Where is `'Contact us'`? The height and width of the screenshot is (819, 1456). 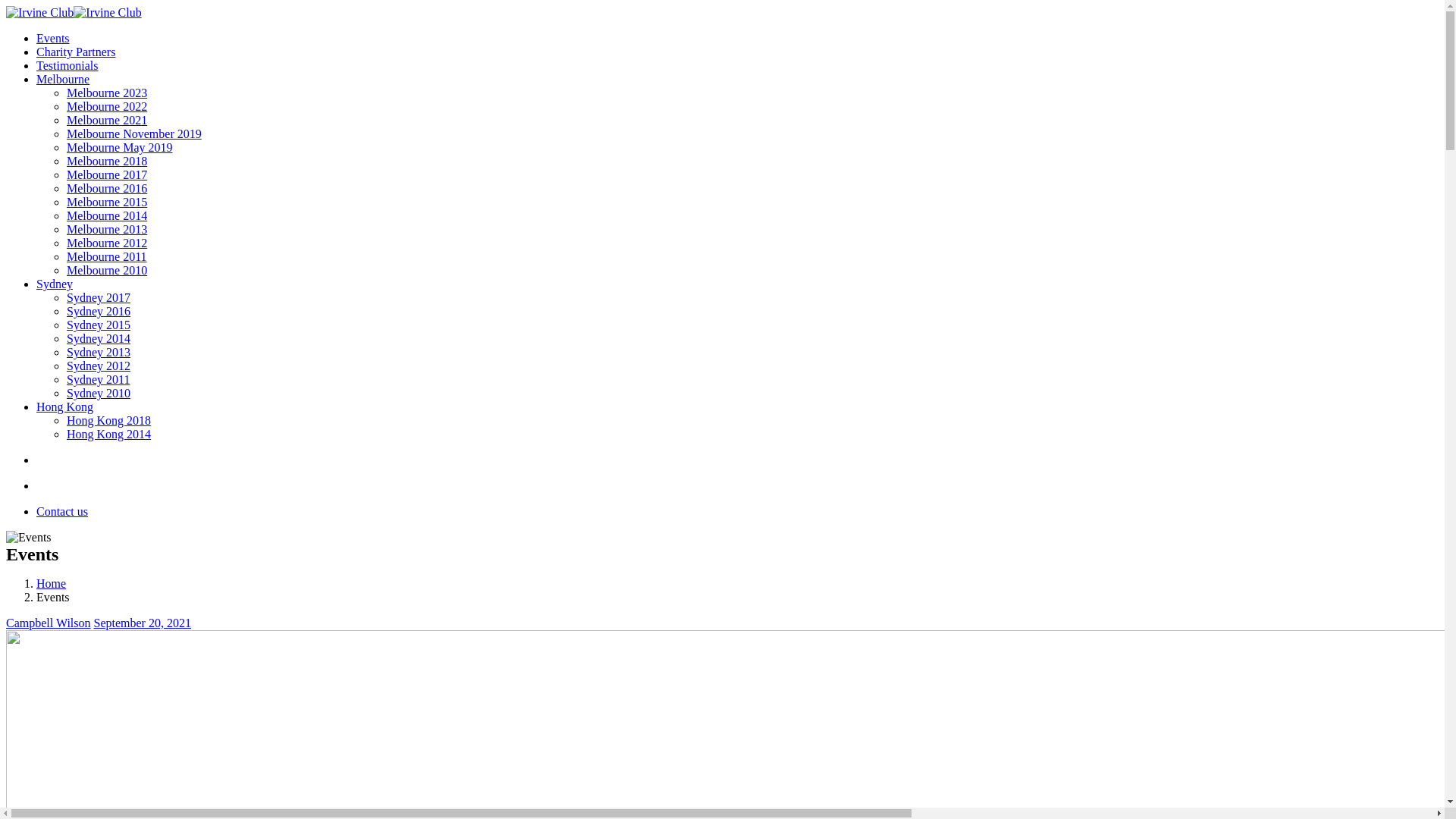 'Contact us' is located at coordinates (61, 511).